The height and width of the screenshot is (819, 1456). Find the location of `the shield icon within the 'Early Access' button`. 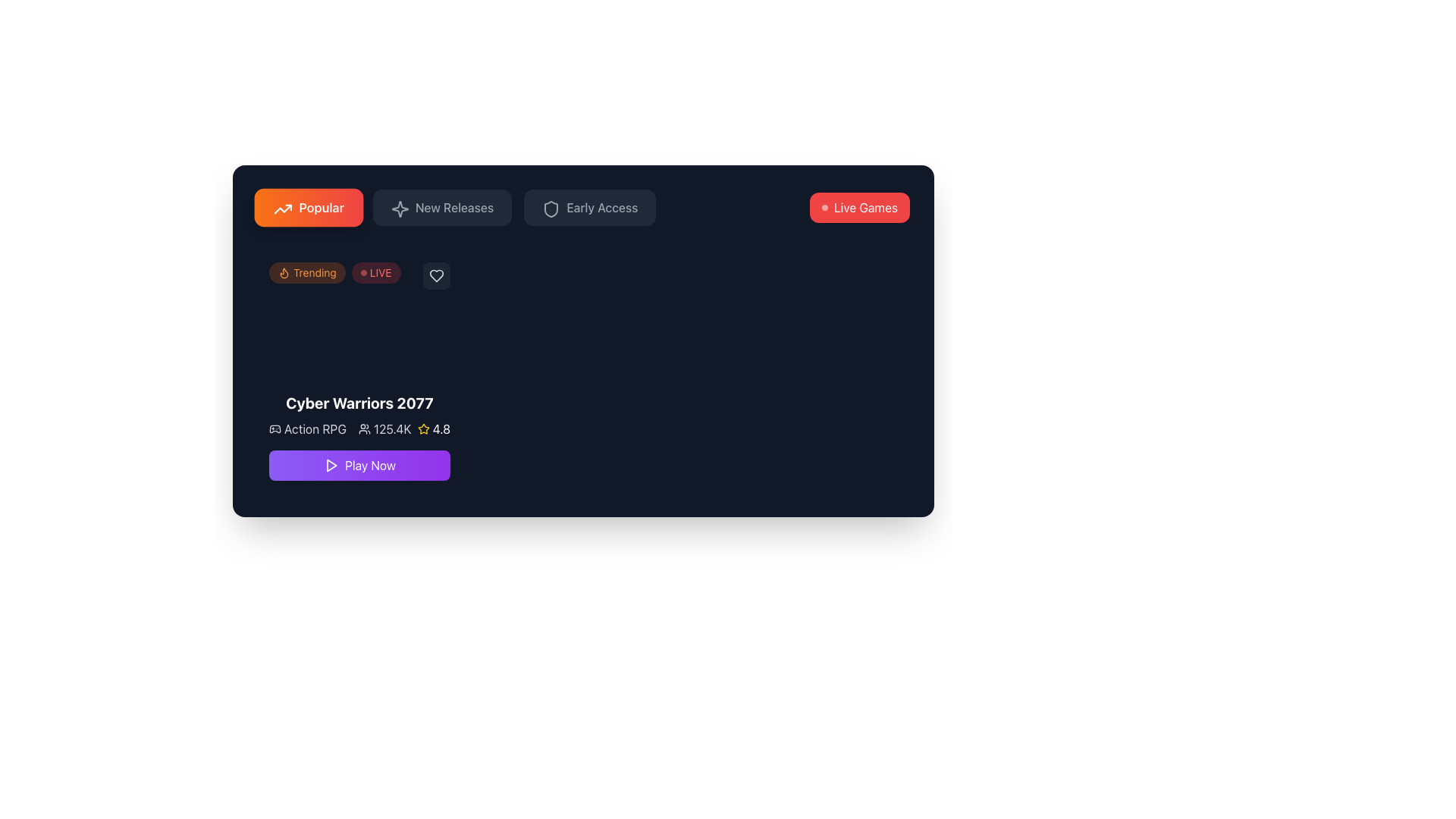

the shield icon within the 'Early Access' button is located at coordinates (551, 209).